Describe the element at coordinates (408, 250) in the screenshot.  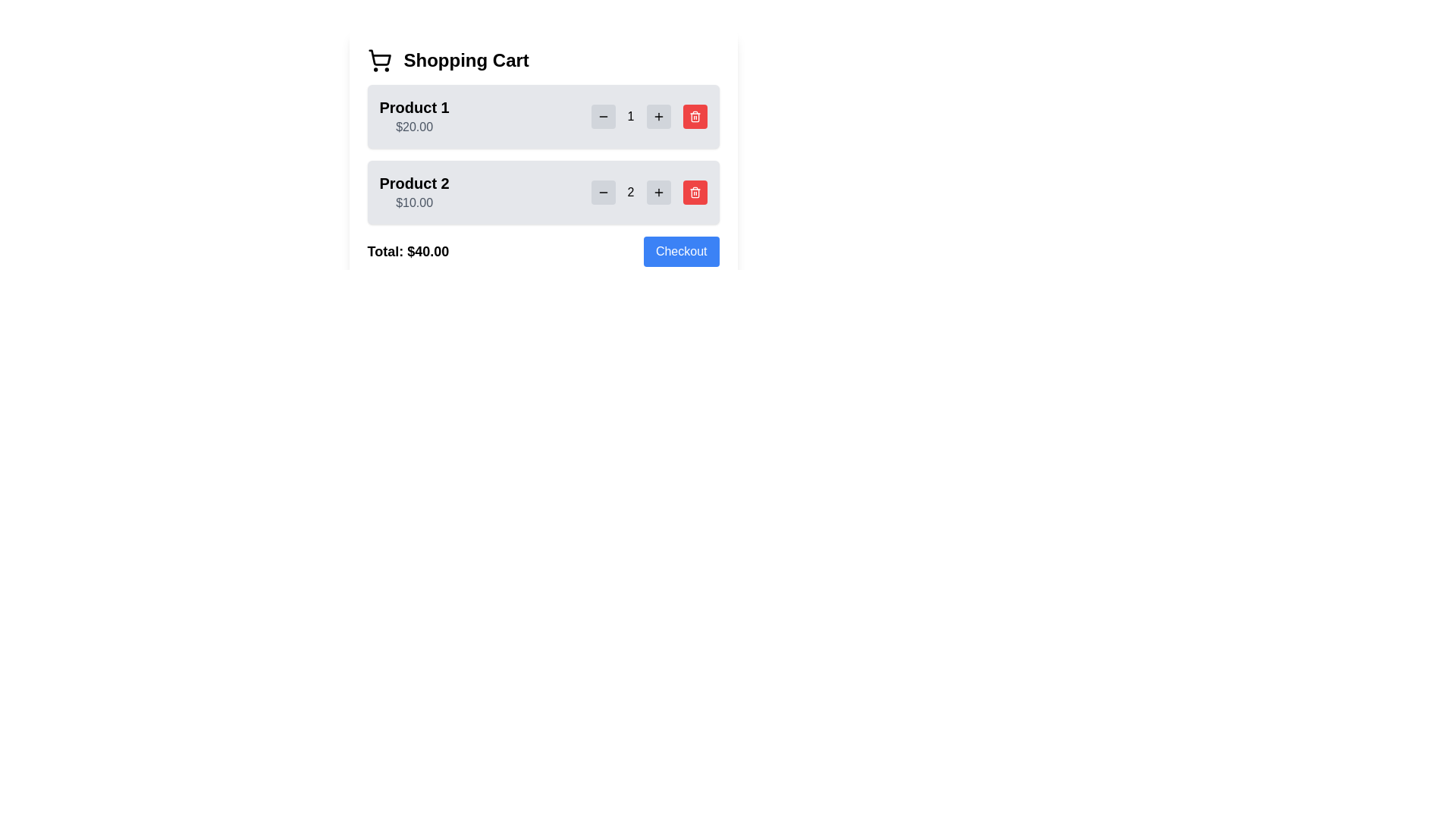
I see `the displayed total amount in the shopping cart, which is a bold text label reading 'Total: $40.00', located on the left side near the bottom of the cart summary section` at that location.